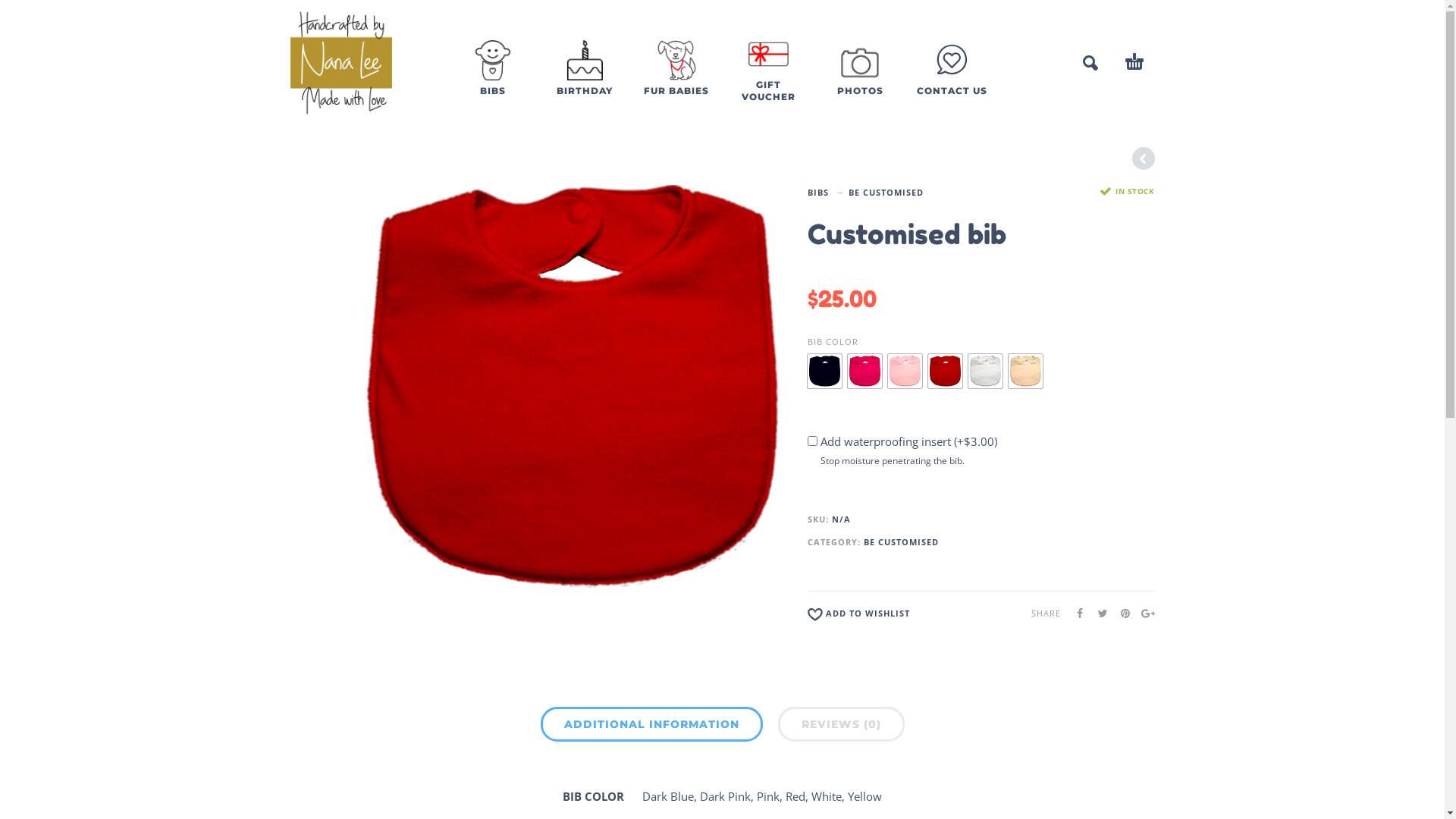 The width and height of the screenshot is (1456, 819). Describe the element at coordinates (985, 371) in the screenshot. I see `'White'` at that location.